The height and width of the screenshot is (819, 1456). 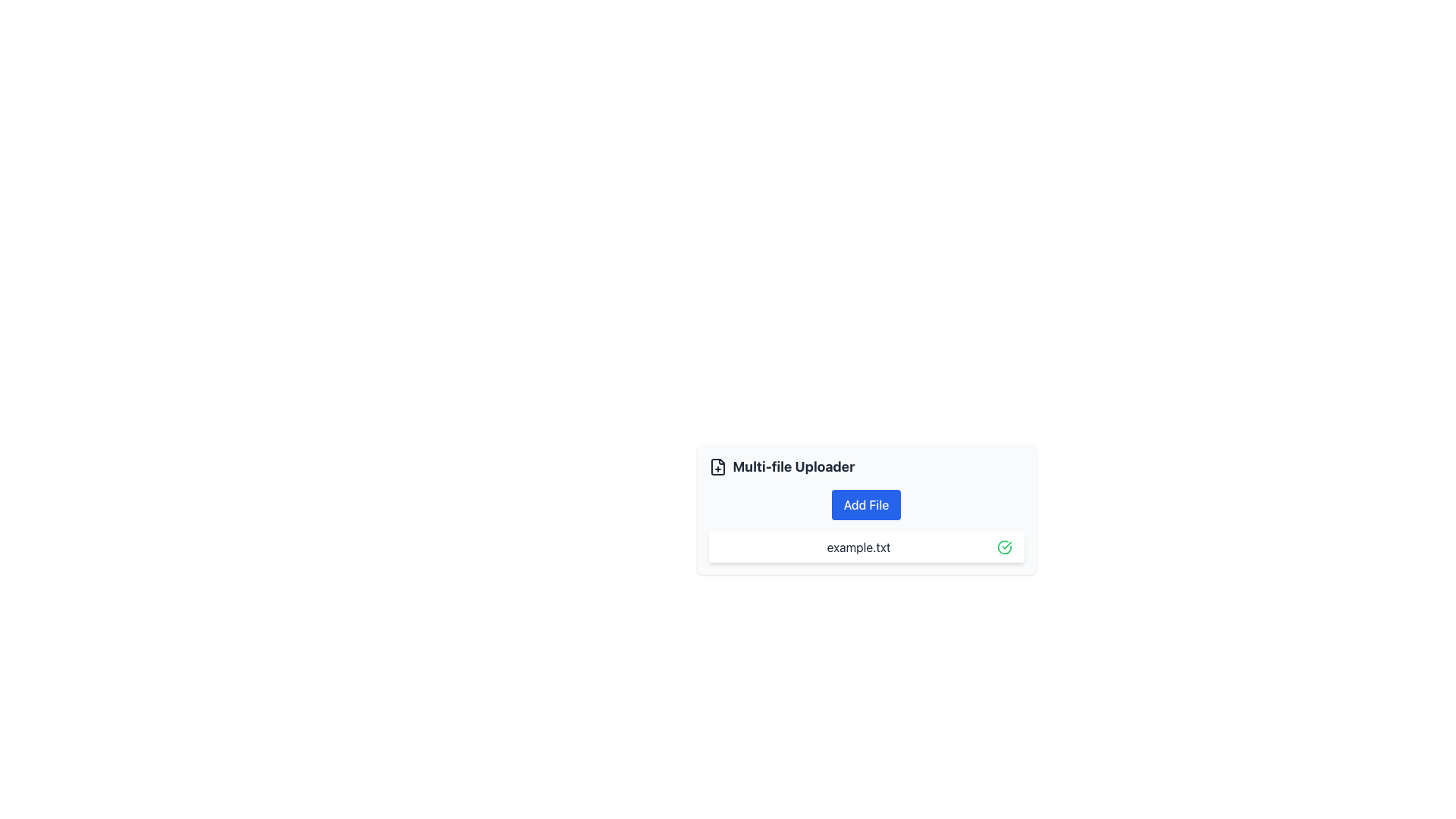 I want to click on the icon shaped like a document with a plus sign, located to the left of the 'Multi-file Uploader' text, so click(x=717, y=466).